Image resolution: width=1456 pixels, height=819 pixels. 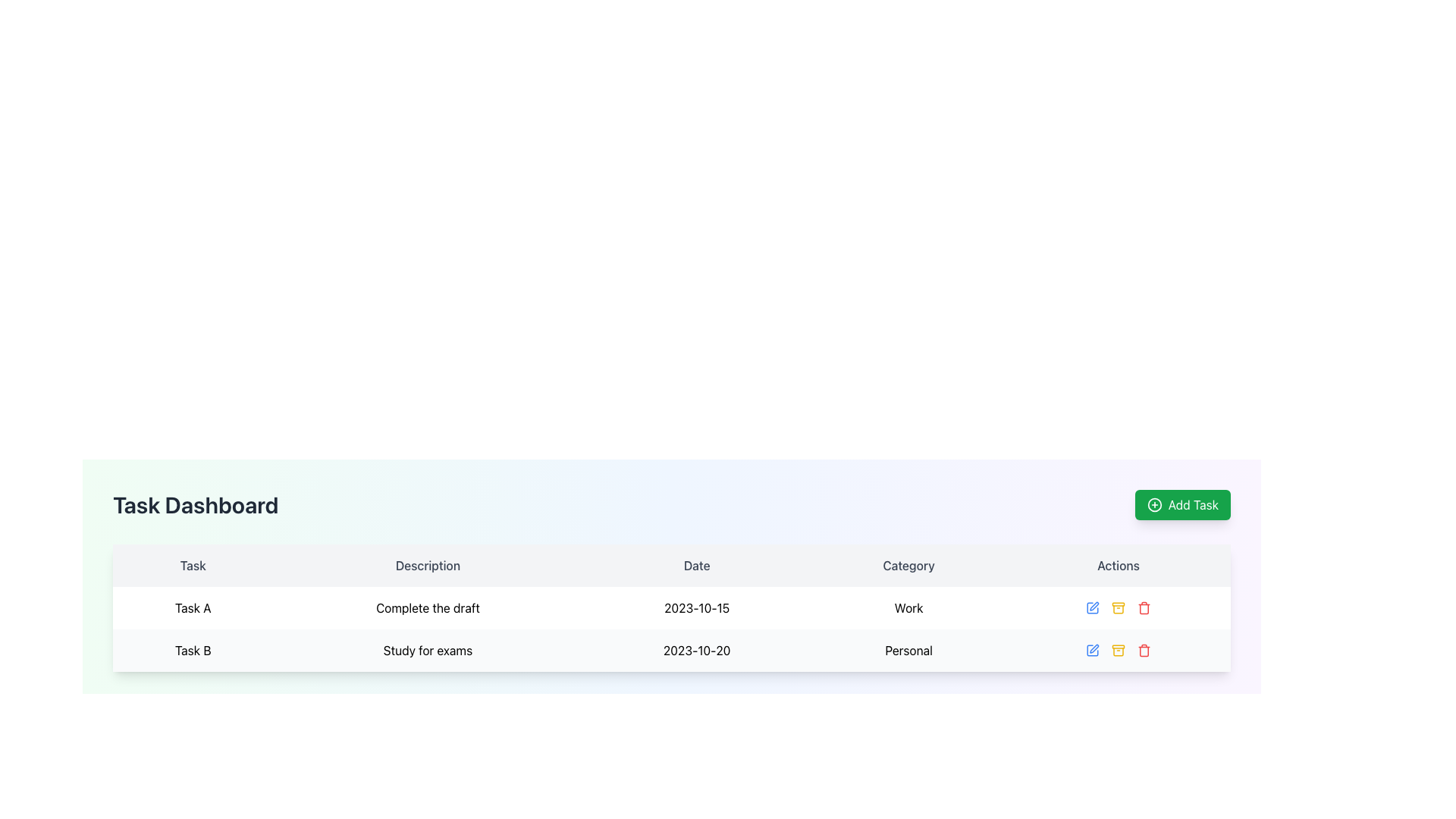 I want to click on the archive icon in the Actions column for Task A, so click(x=1119, y=607).